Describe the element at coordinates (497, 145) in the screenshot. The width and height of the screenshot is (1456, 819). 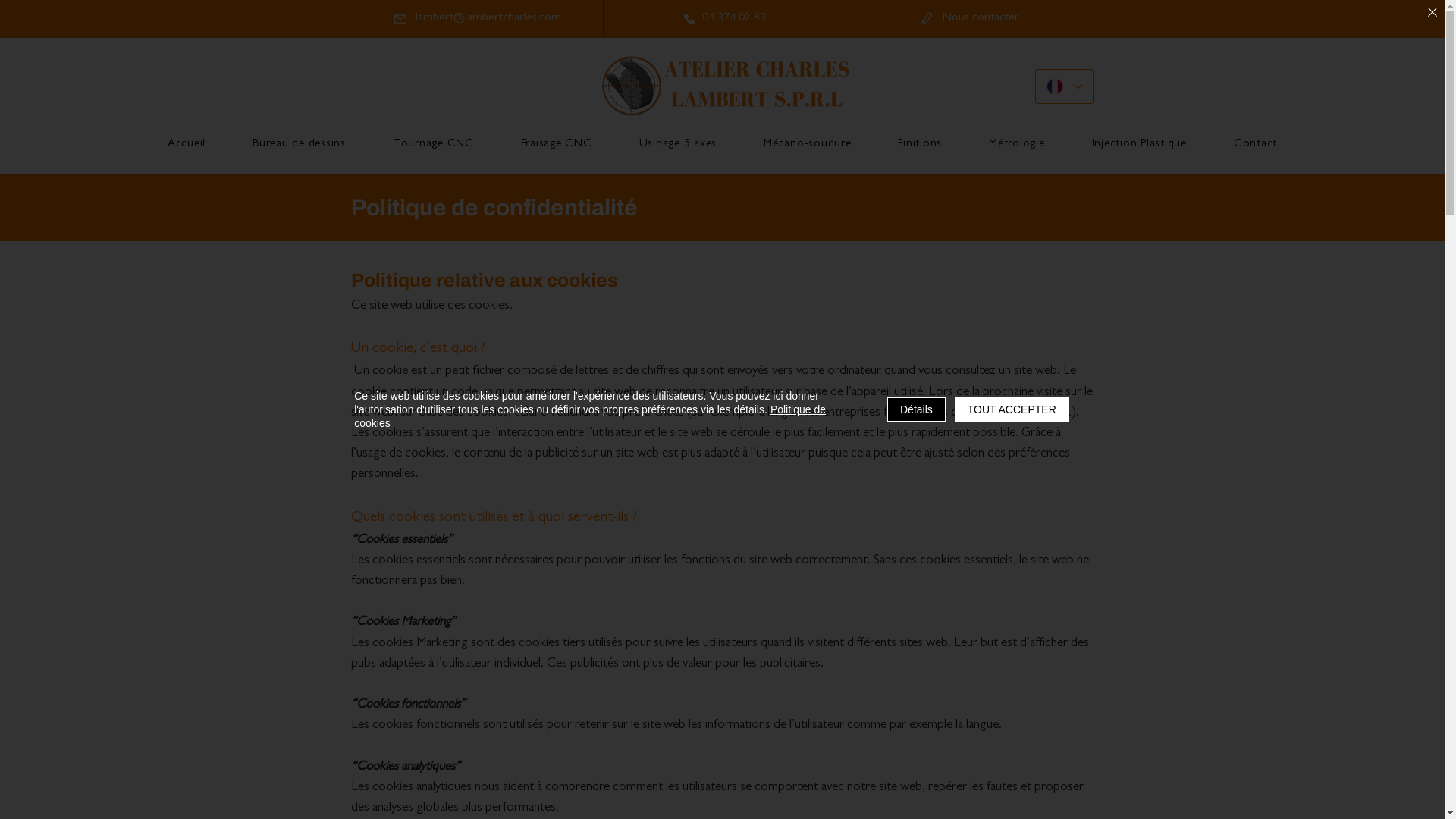
I see `'Fraisage CNC'` at that location.